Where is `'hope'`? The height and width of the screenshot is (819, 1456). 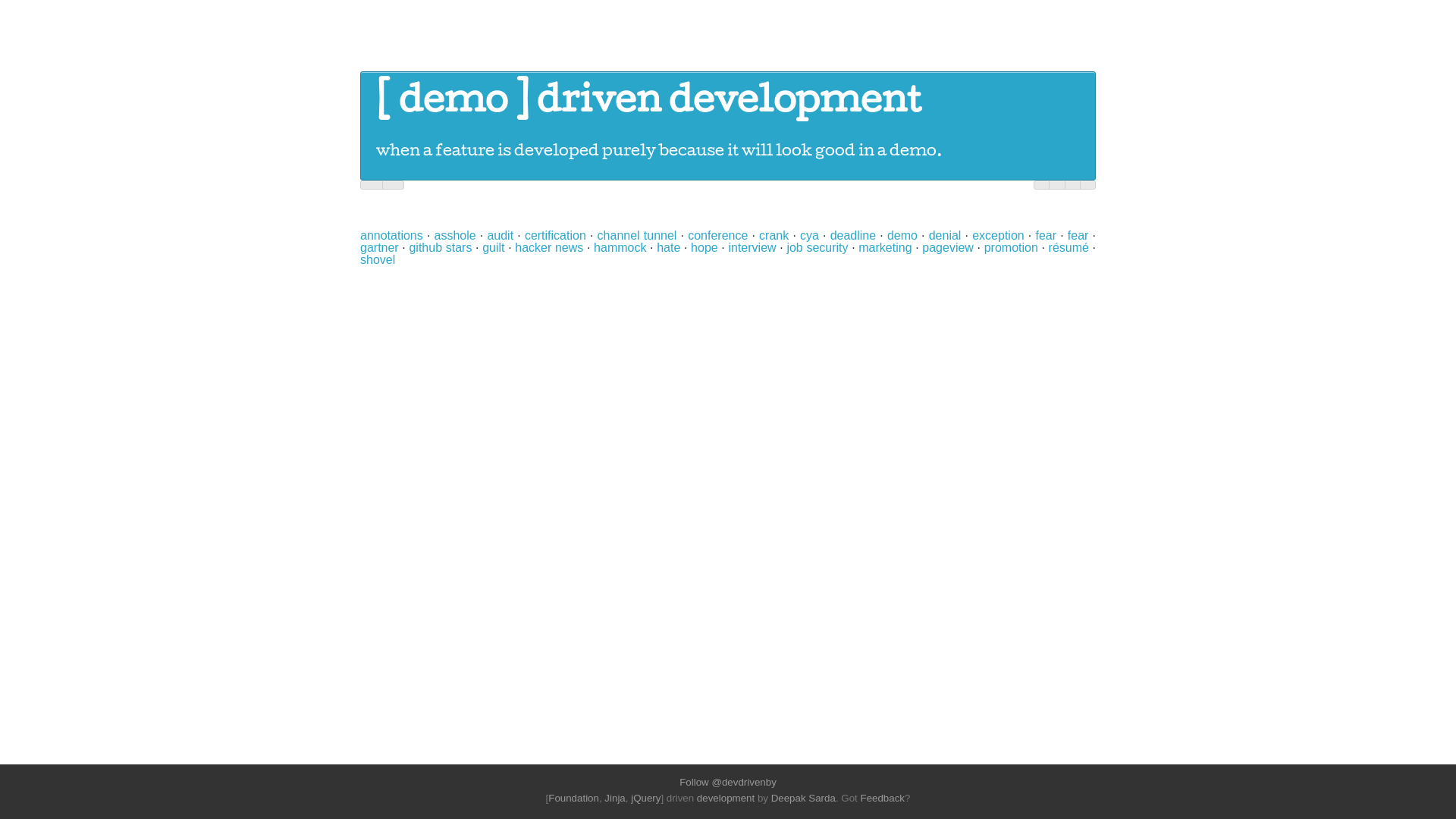 'hope' is located at coordinates (704, 246).